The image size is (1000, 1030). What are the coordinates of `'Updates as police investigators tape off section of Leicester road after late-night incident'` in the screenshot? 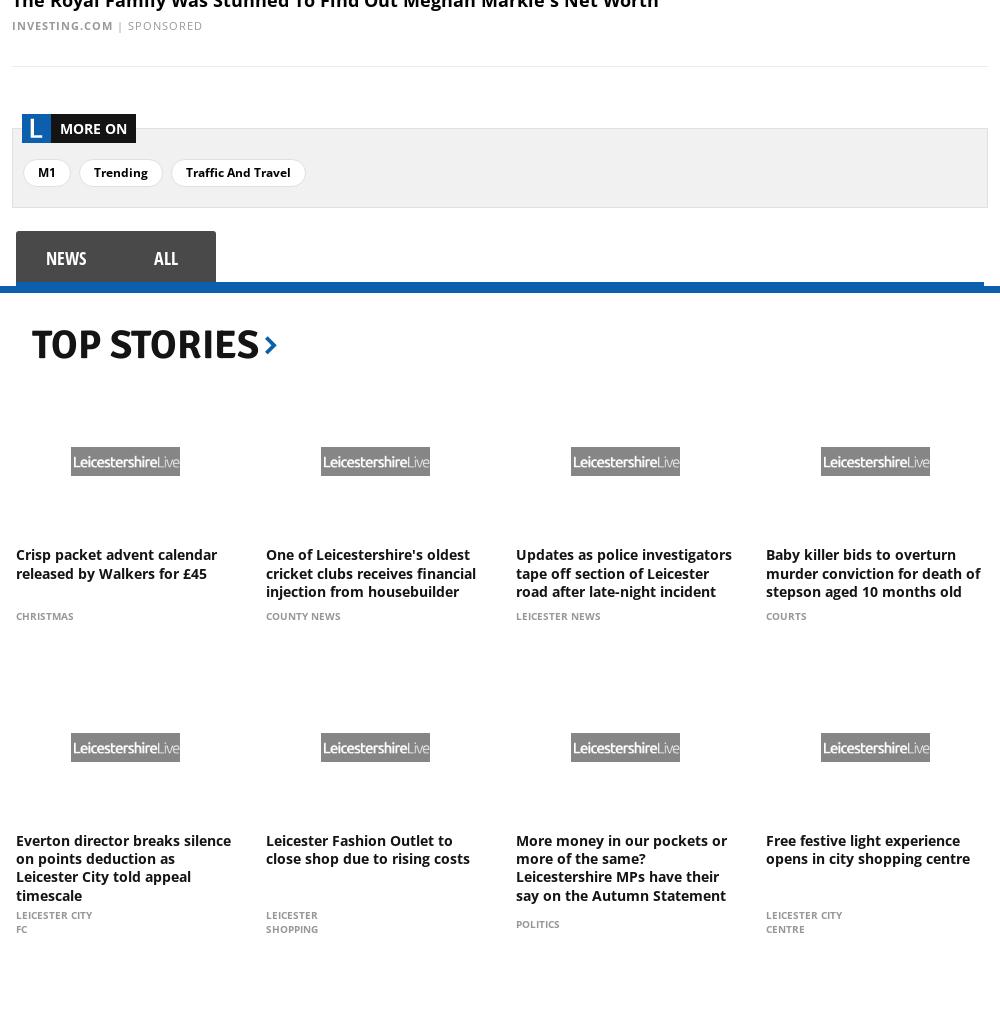 It's located at (516, 572).